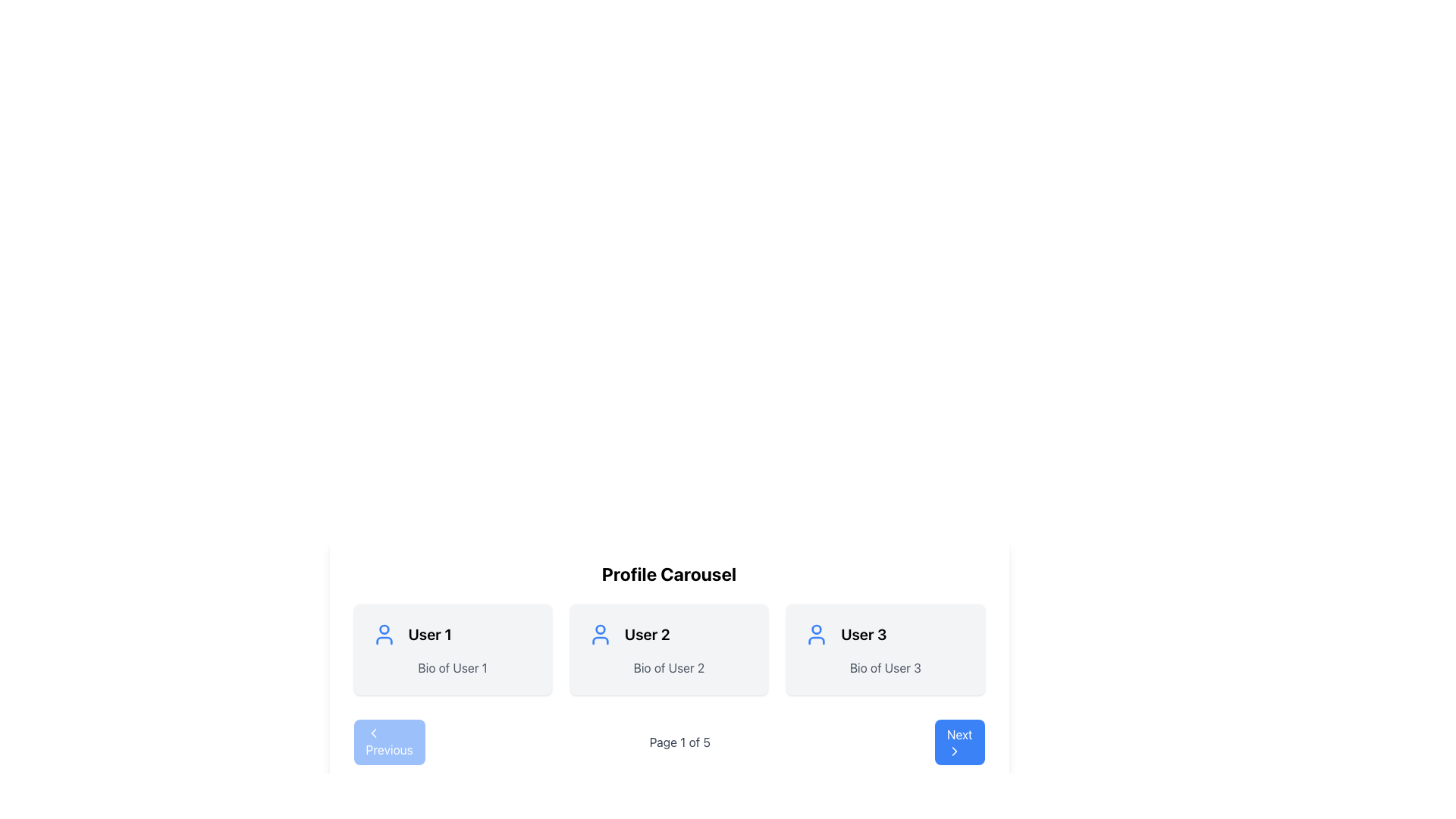 This screenshot has height=819, width=1456. What do you see at coordinates (373, 733) in the screenshot?
I see `the icon located in the 'Previous' button, which serves as an indicator for navigating to the previous content or page` at bounding box center [373, 733].